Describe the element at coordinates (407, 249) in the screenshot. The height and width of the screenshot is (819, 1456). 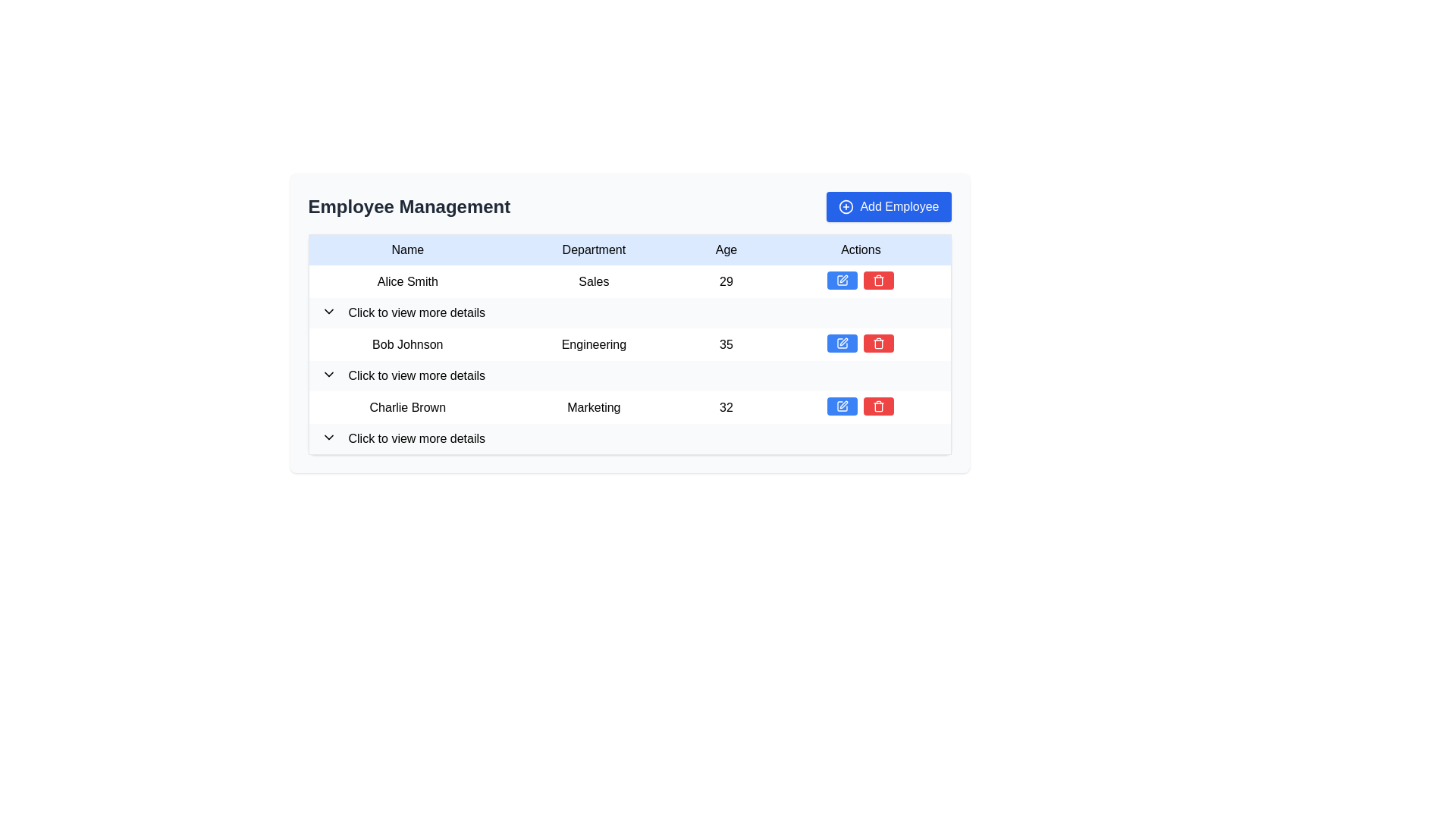
I see `the static text label displaying 'Name' which is the first header in the table, distinguished by its light blue background and medium font weight` at that location.